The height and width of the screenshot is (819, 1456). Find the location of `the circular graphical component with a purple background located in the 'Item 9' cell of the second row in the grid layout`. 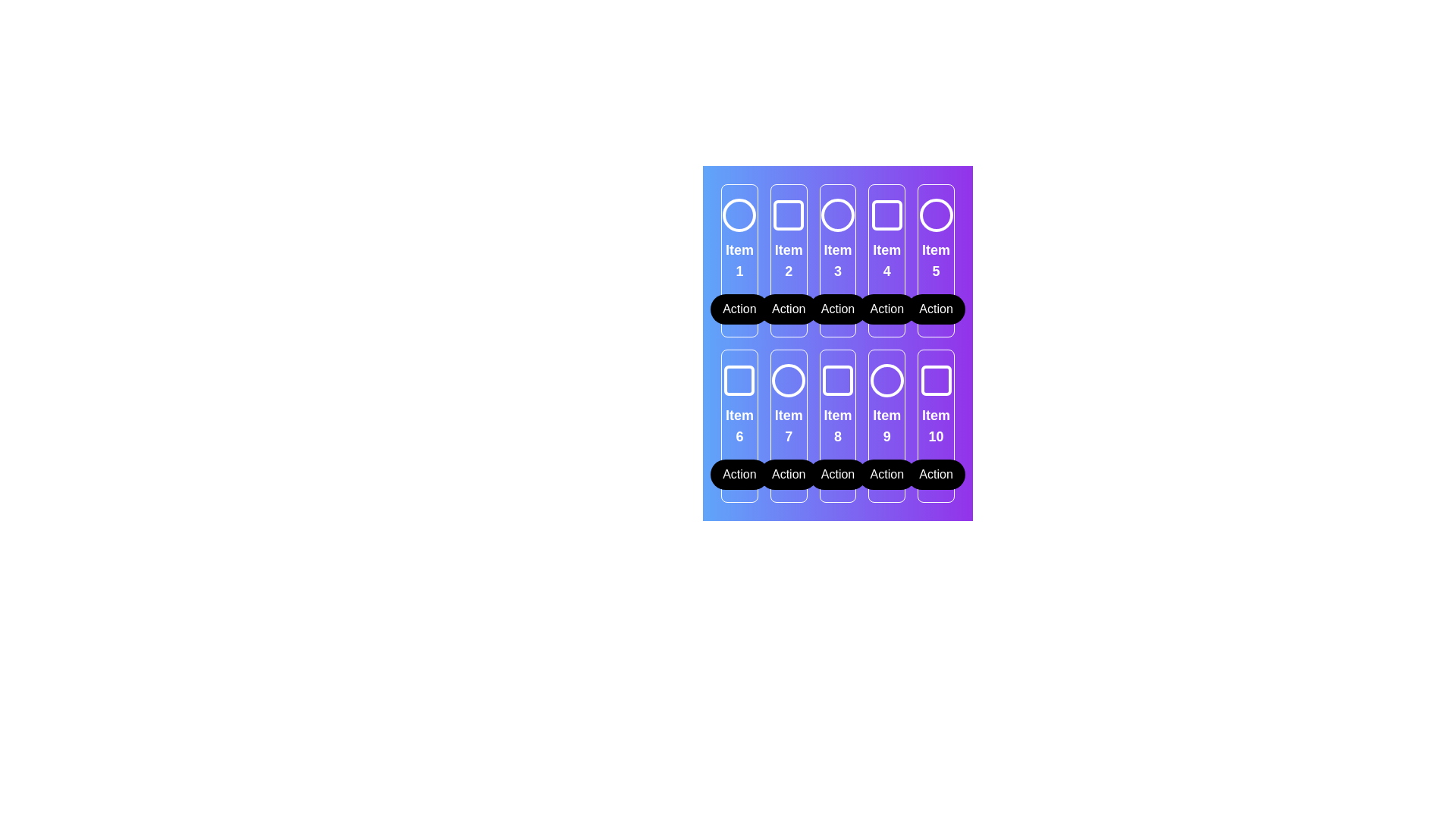

the circular graphical component with a purple background located in the 'Item 9' cell of the second row in the grid layout is located at coordinates (886, 379).